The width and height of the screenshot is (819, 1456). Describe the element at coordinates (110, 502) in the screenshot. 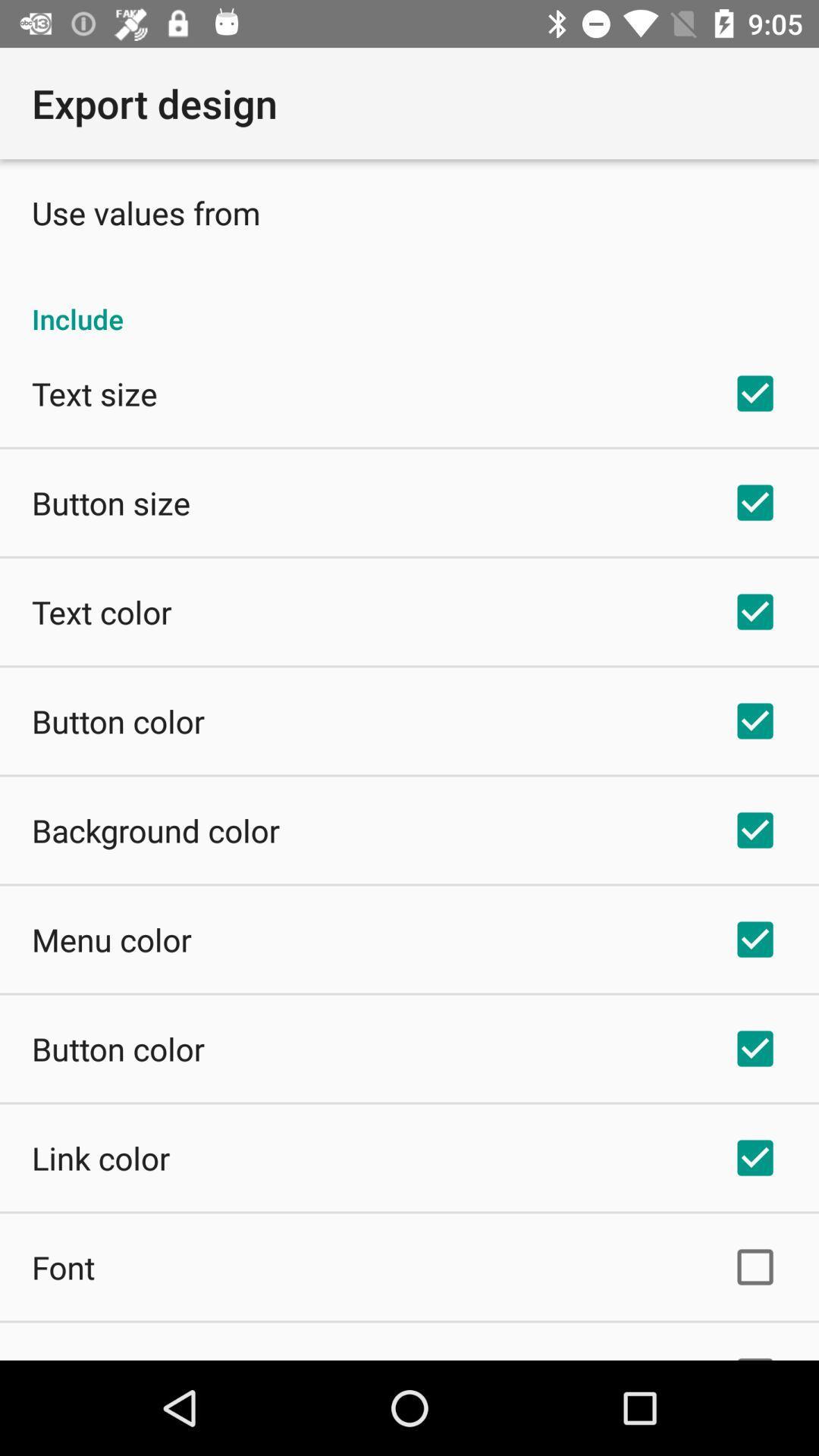

I see `button size` at that location.